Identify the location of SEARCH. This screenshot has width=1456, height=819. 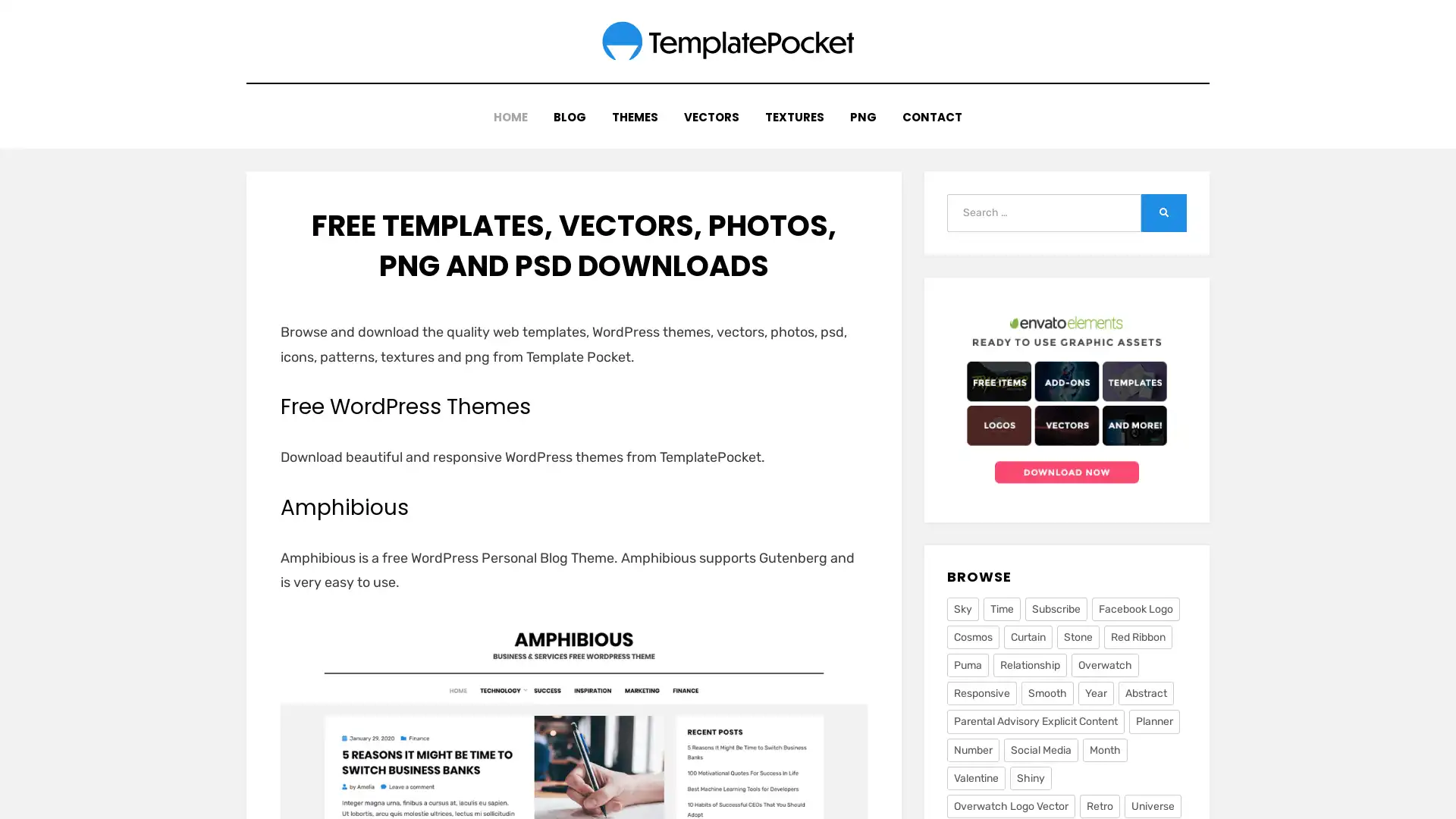
(1163, 200).